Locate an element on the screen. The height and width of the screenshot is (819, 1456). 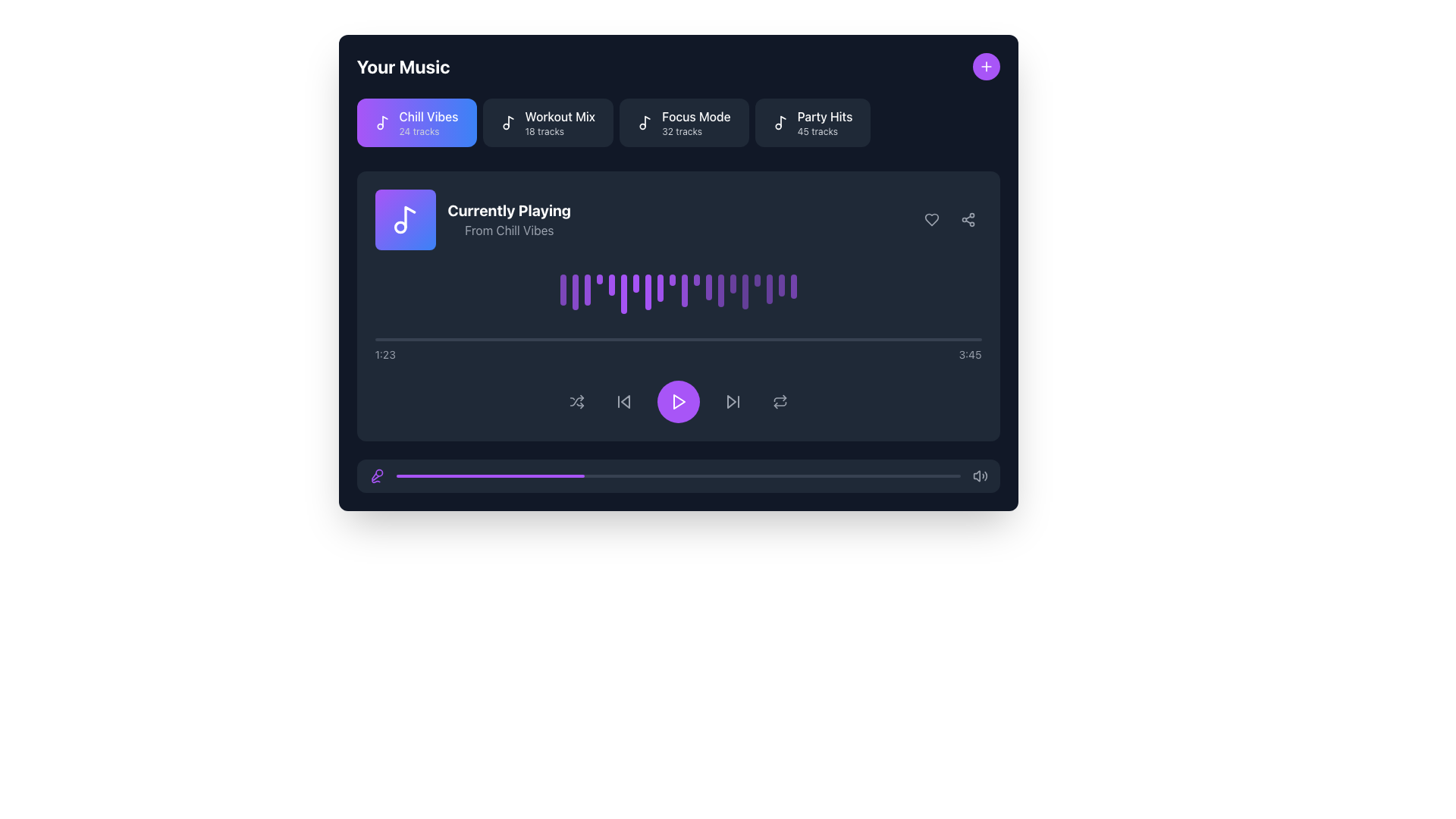
the rounded rectangular button labeled 'Chill Vibes' with a music note icon is located at coordinates (416, 122).